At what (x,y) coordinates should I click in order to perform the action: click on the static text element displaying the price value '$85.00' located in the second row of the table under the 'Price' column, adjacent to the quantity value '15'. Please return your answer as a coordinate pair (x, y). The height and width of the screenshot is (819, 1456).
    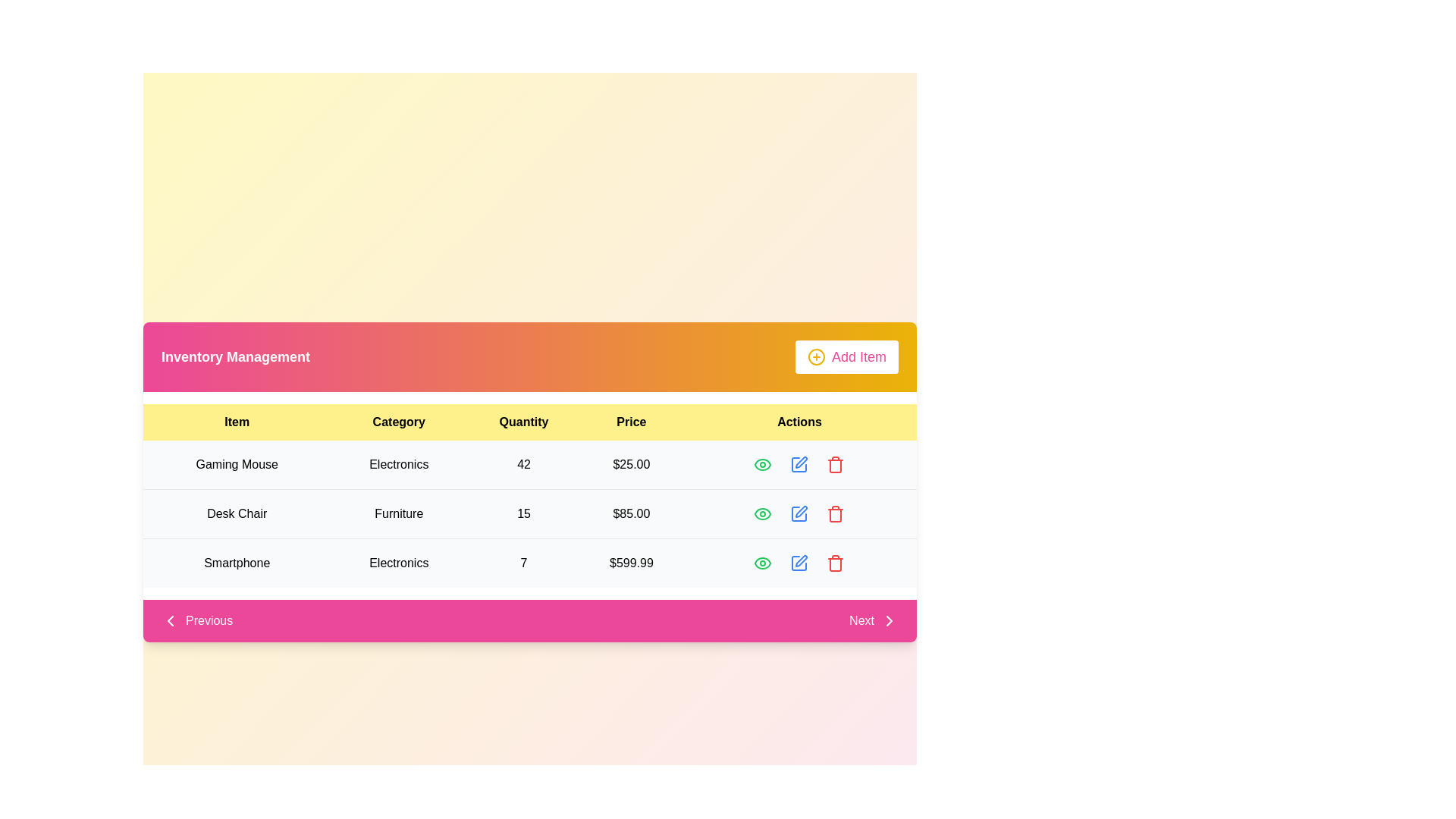
    Looking at the image, I should click on (631, 513).